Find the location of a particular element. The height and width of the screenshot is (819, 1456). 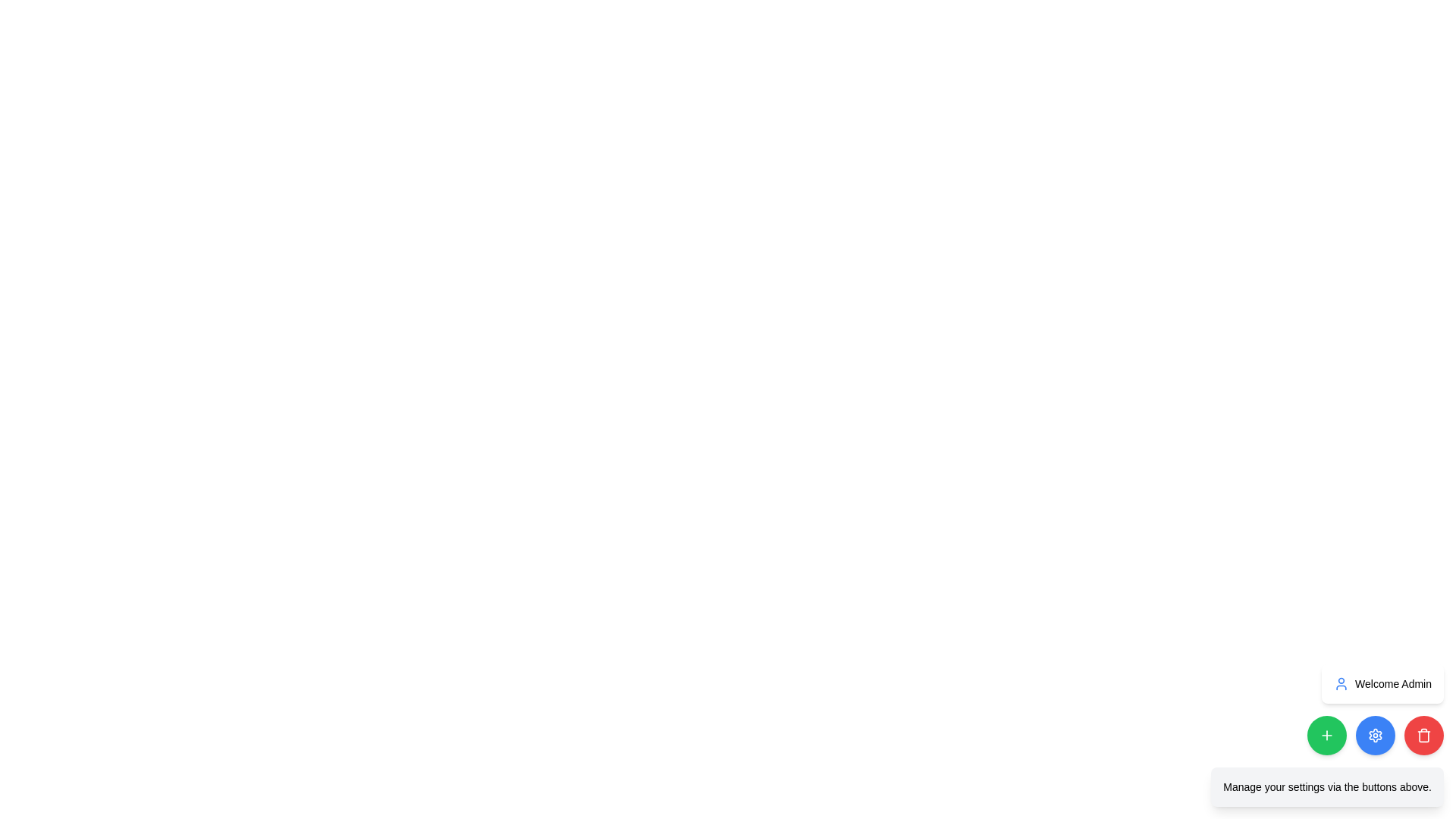

the 'Welcome Admin' label with a blue user avatar icon located at the bottom-right corner of the interface is located at coordinates (1382, 684).